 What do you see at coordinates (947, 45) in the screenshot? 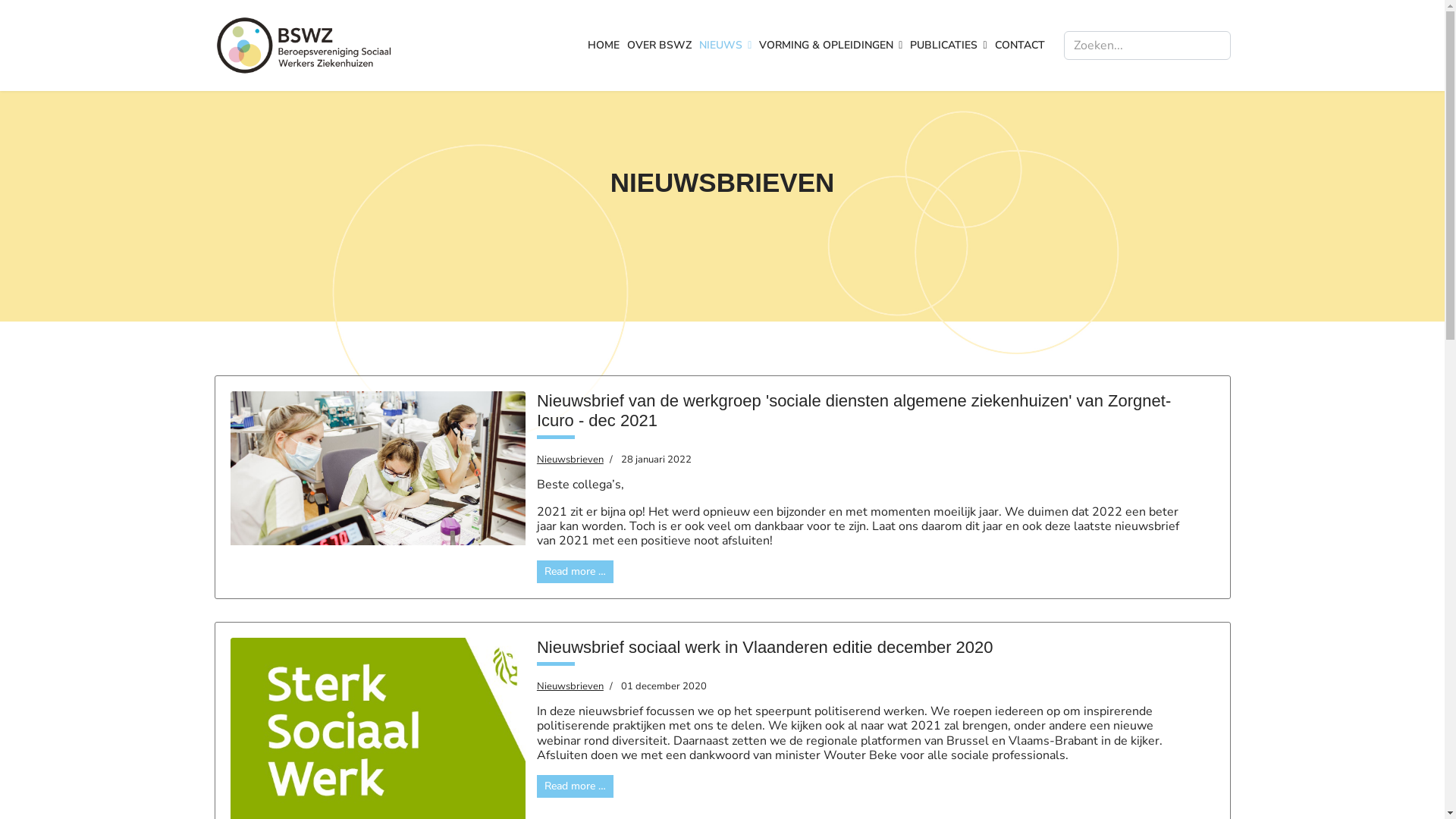
I see `'PUBLICATIES'` at bounding box center [947, 45].